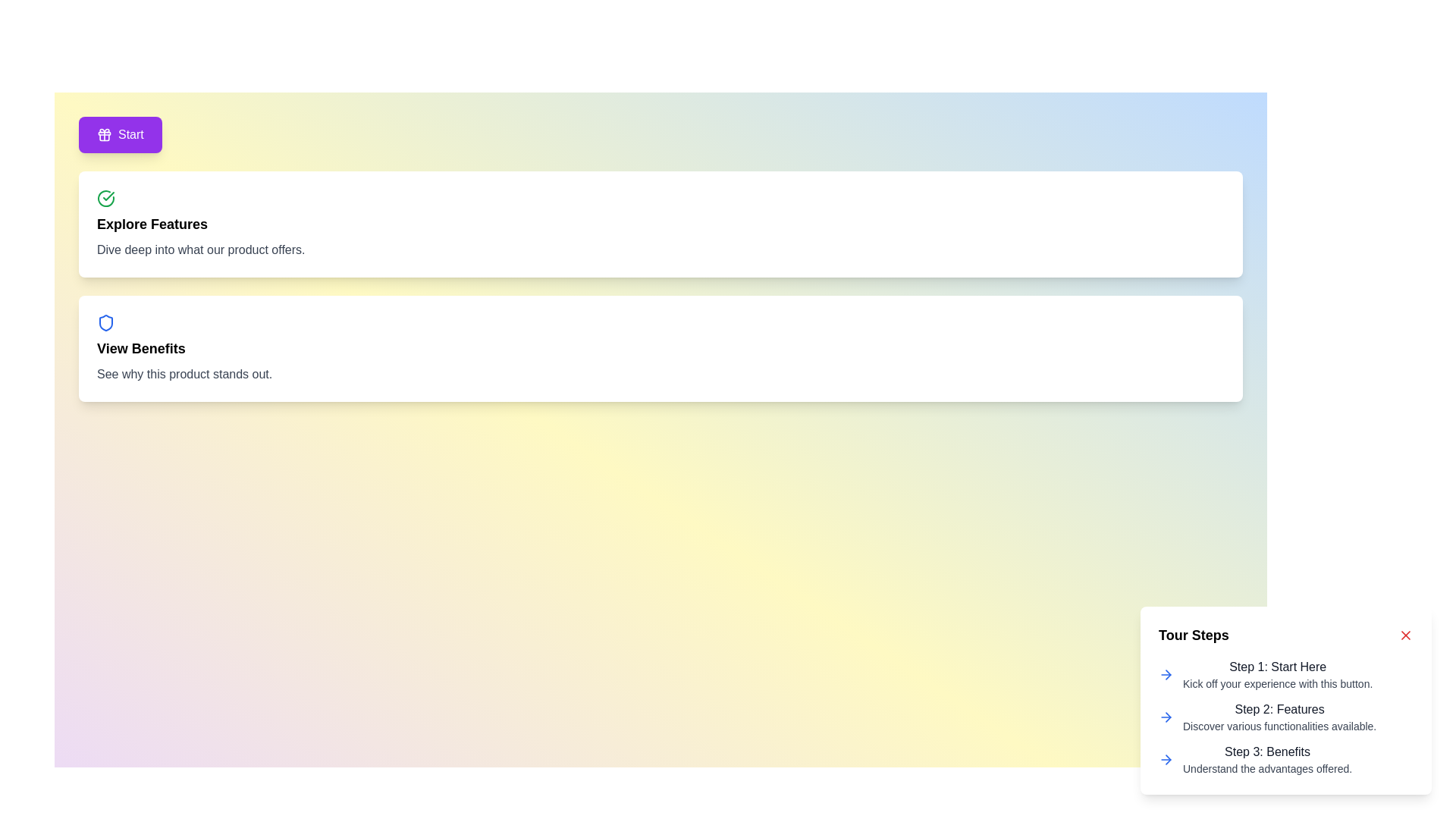 The image size is (1456, 819). I want to click on the static informative text that reads 'Kick off your experience with this button.' positioned below 'Step 1: Start Here.', so click(1277, 684).